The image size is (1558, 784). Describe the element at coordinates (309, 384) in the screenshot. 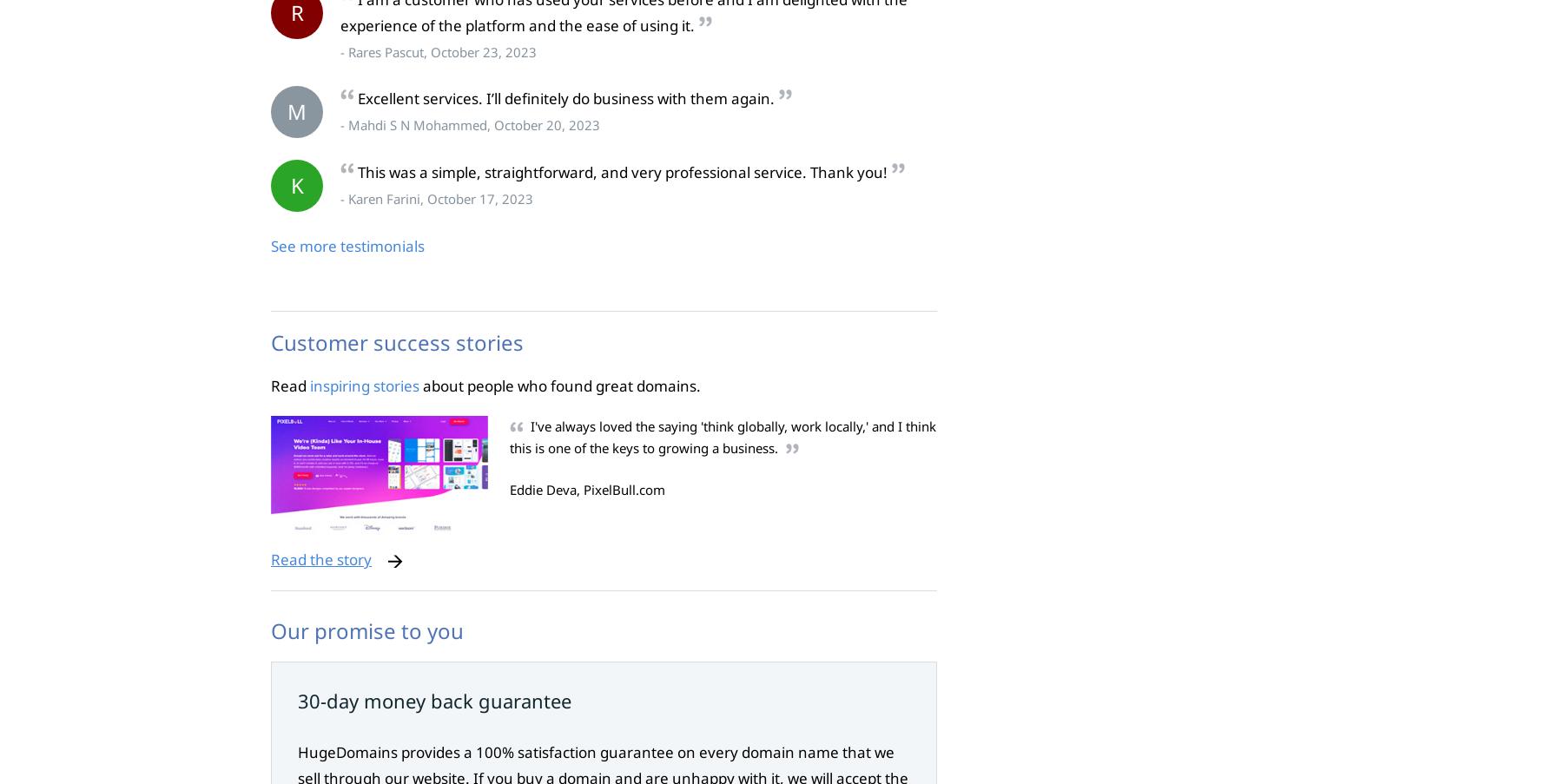

I see `'inspiring stories'` at that location.